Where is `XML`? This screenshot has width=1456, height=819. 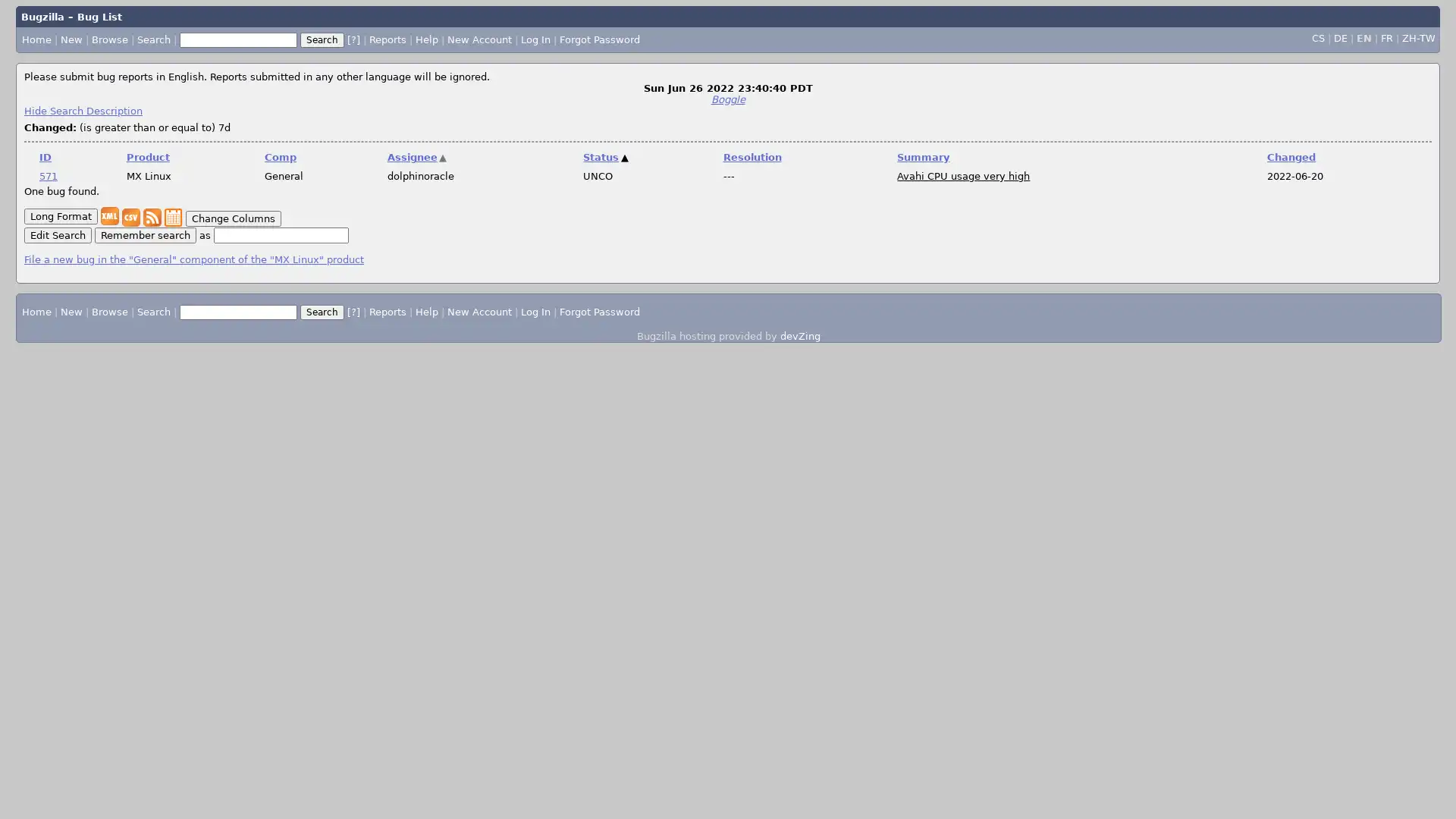
XML is located at coordinates (108, 217).